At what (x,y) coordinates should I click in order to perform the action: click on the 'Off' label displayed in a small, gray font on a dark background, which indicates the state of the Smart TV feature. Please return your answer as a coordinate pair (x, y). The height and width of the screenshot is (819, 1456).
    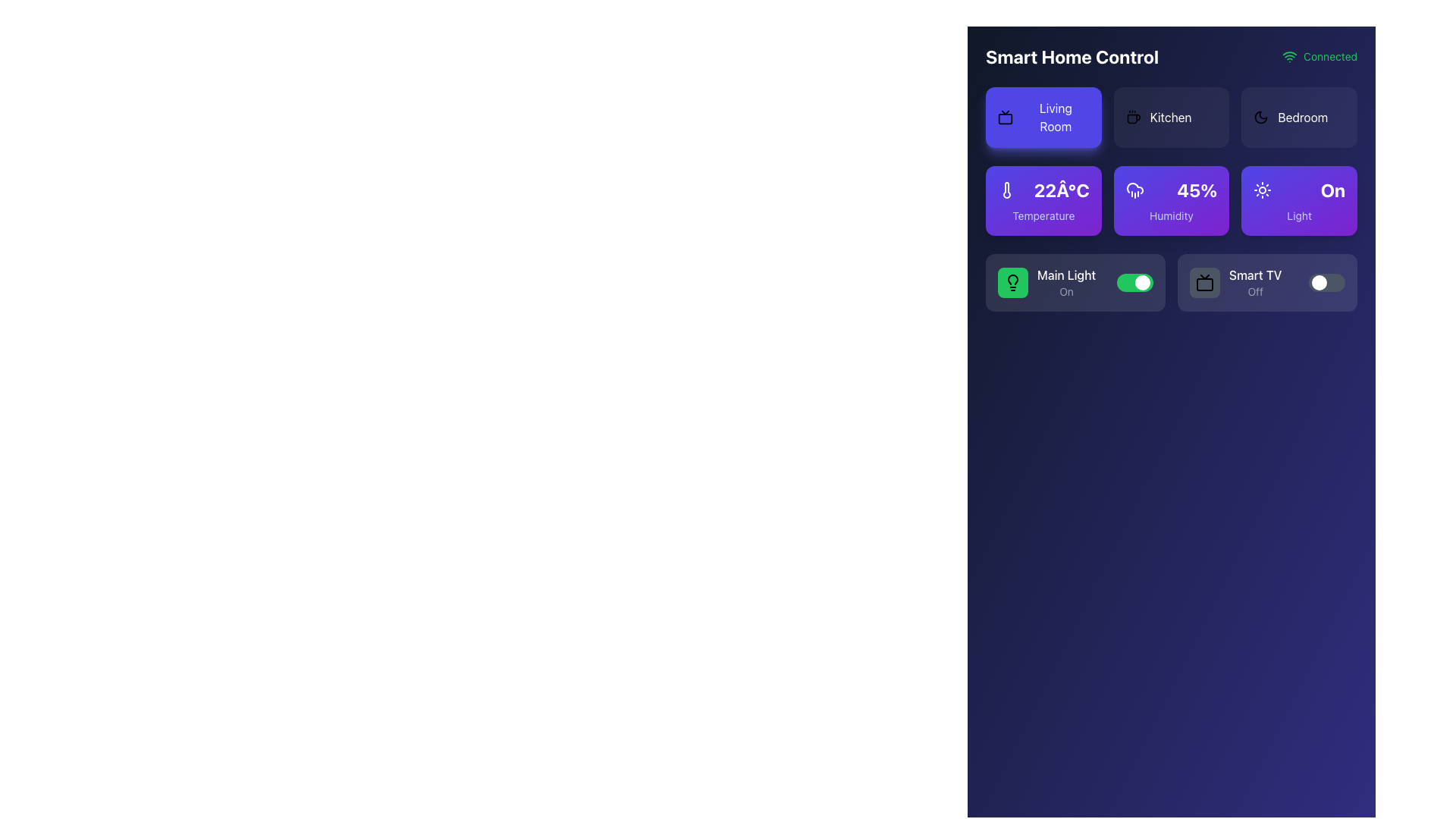
    Looking at the image, I should click on (1255, 292).